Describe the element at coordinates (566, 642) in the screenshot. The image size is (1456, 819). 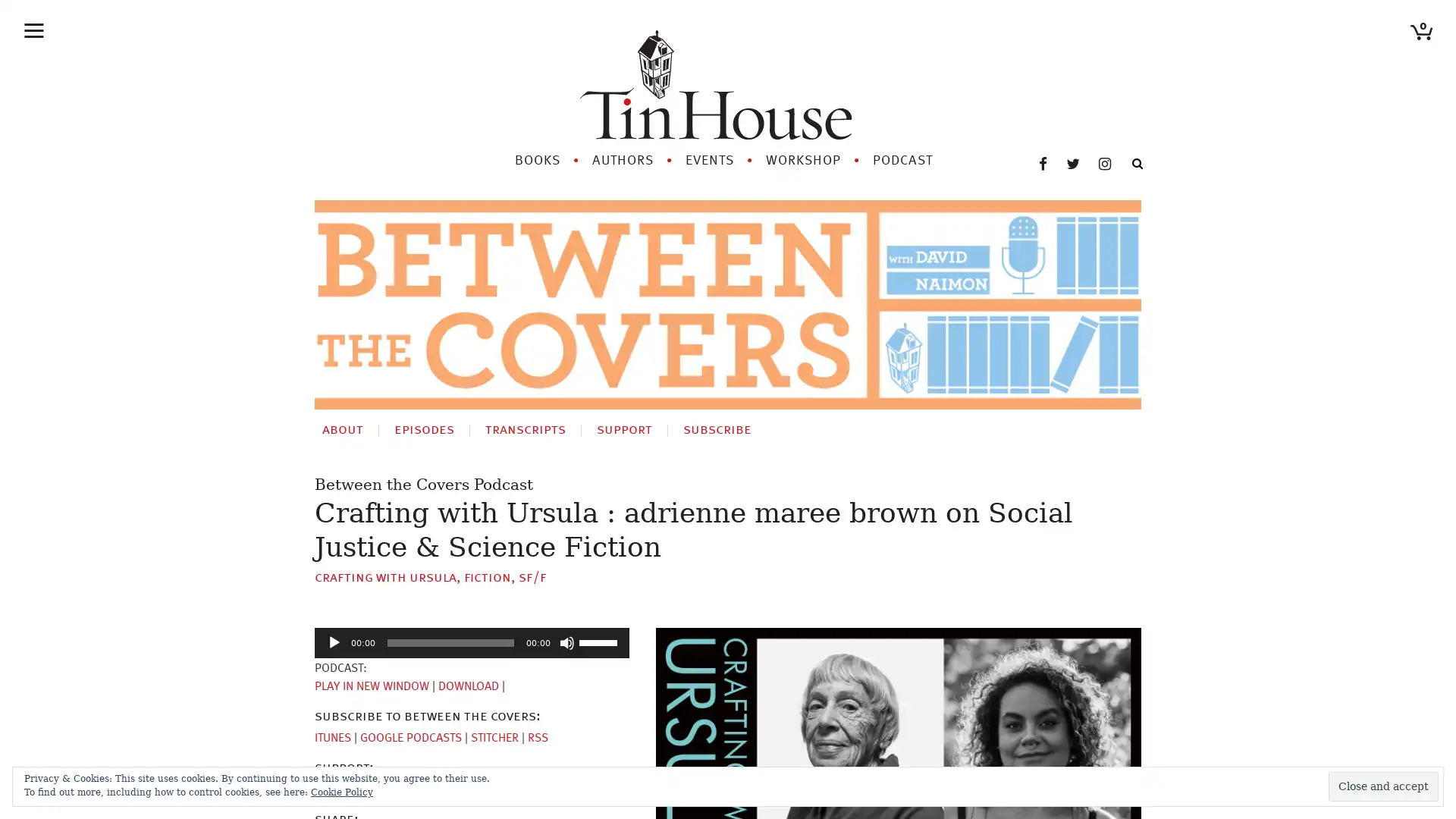
I see `Mute` at that location.